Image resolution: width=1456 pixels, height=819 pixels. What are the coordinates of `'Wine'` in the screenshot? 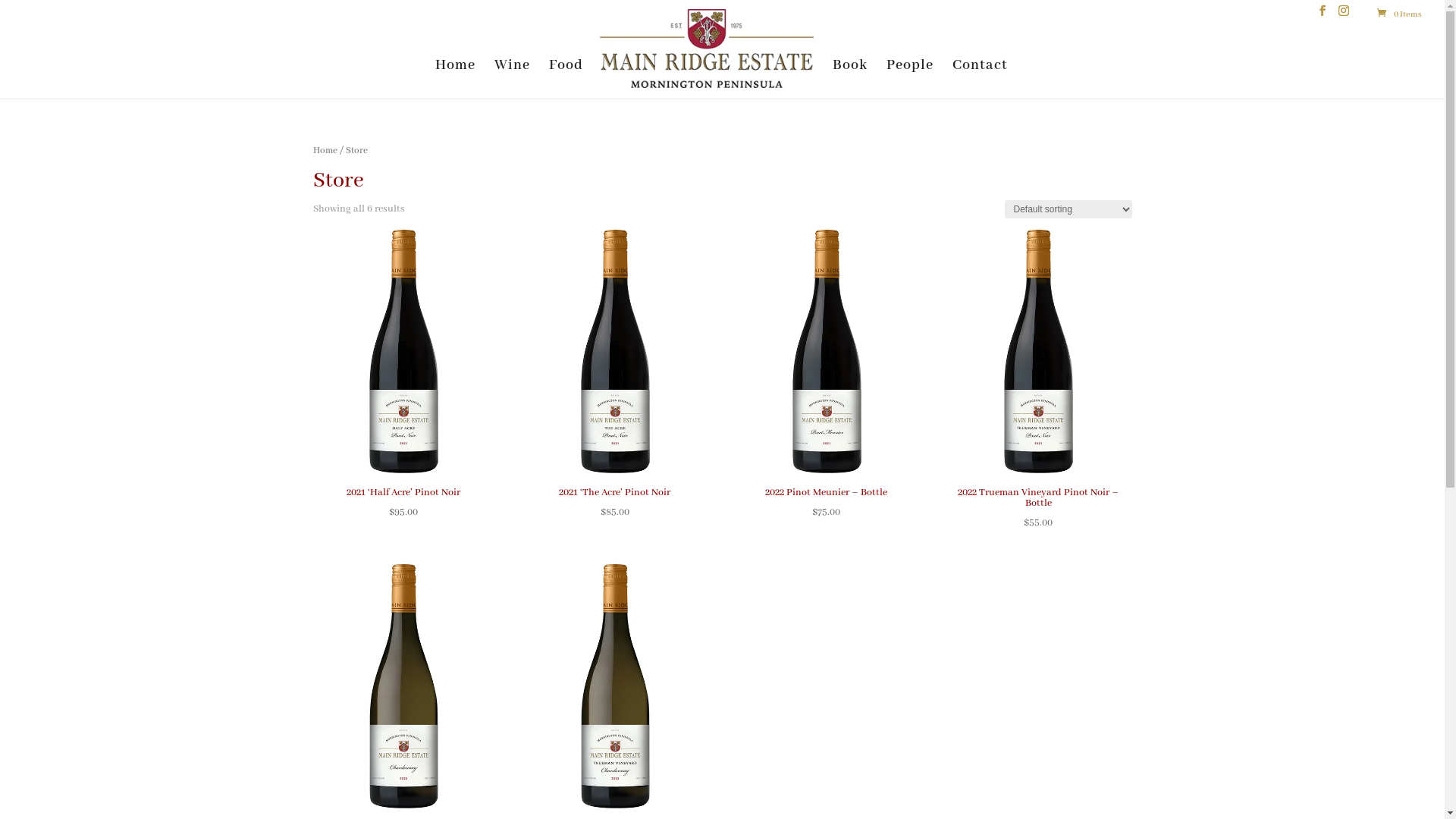 It's located at (512, 76).